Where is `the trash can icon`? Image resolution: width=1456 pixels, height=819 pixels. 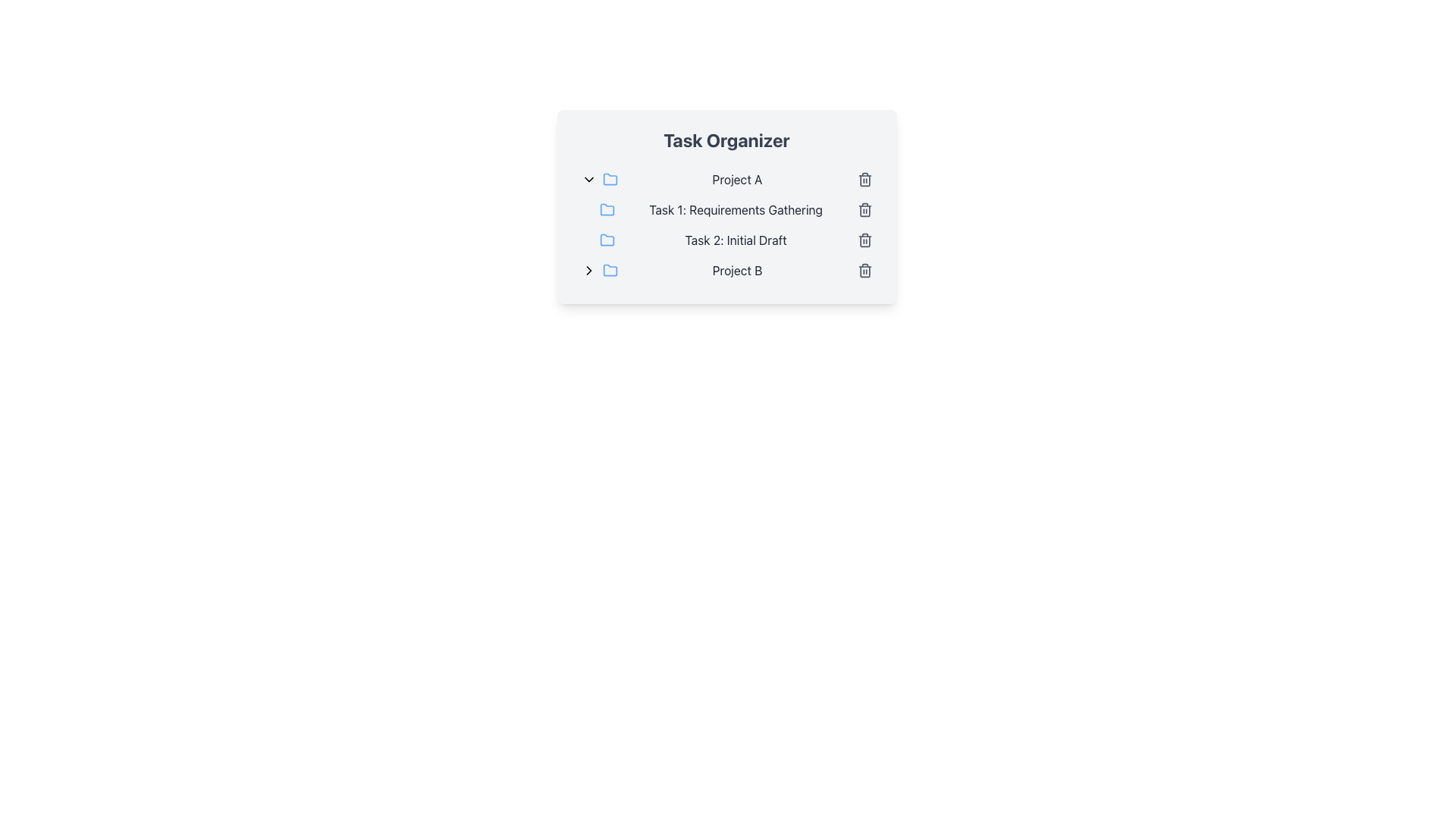 the trash can icon is located at coordinates (864, 180).